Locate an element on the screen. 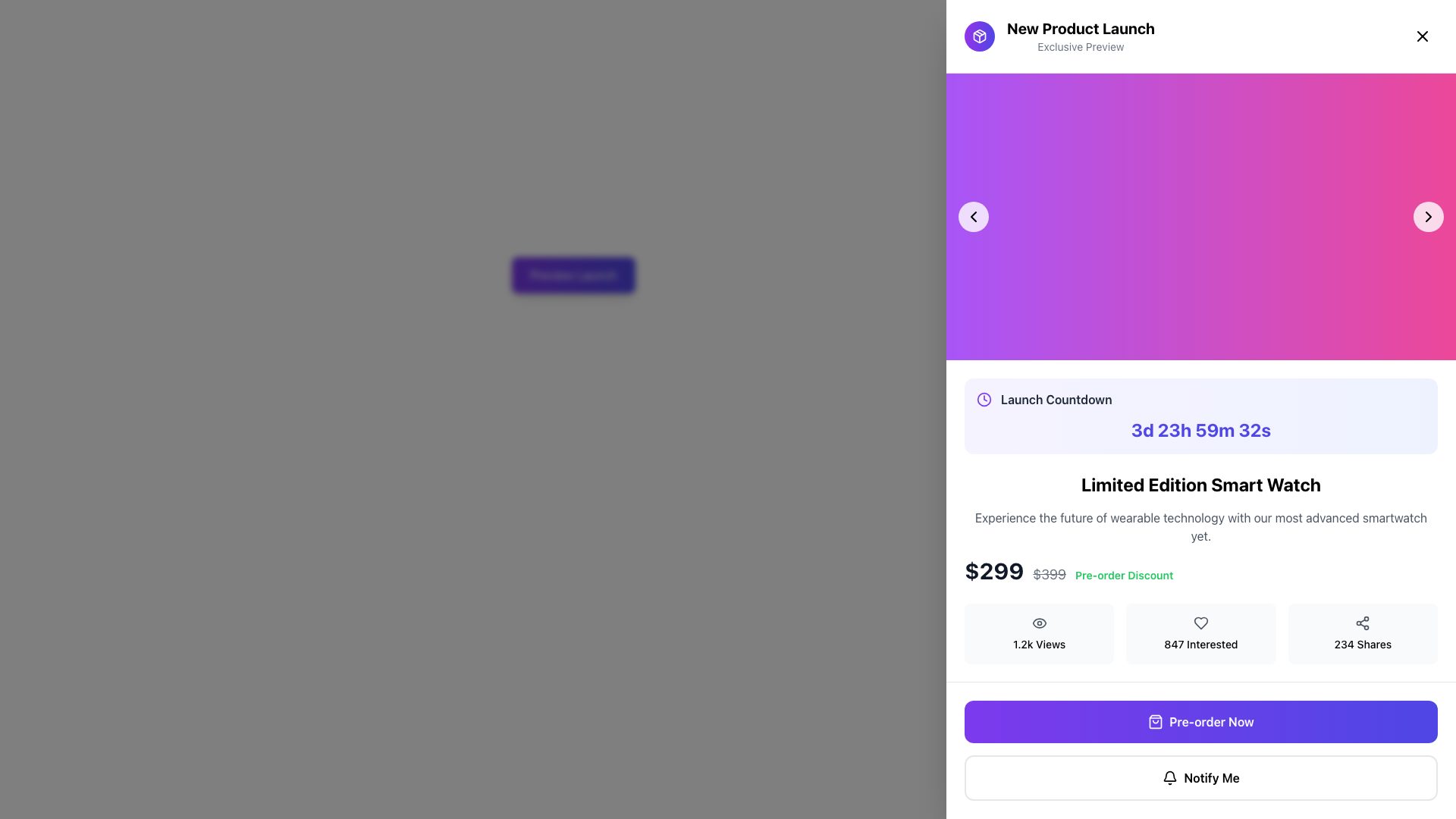 Image resolution: width=1456 pixels, height=819 pixels. the decorative icon located at the top-right section of the interface, near the 'New Product Launch' header, which is enclosed within a circular gradient background is located at coordinates (979, 35).